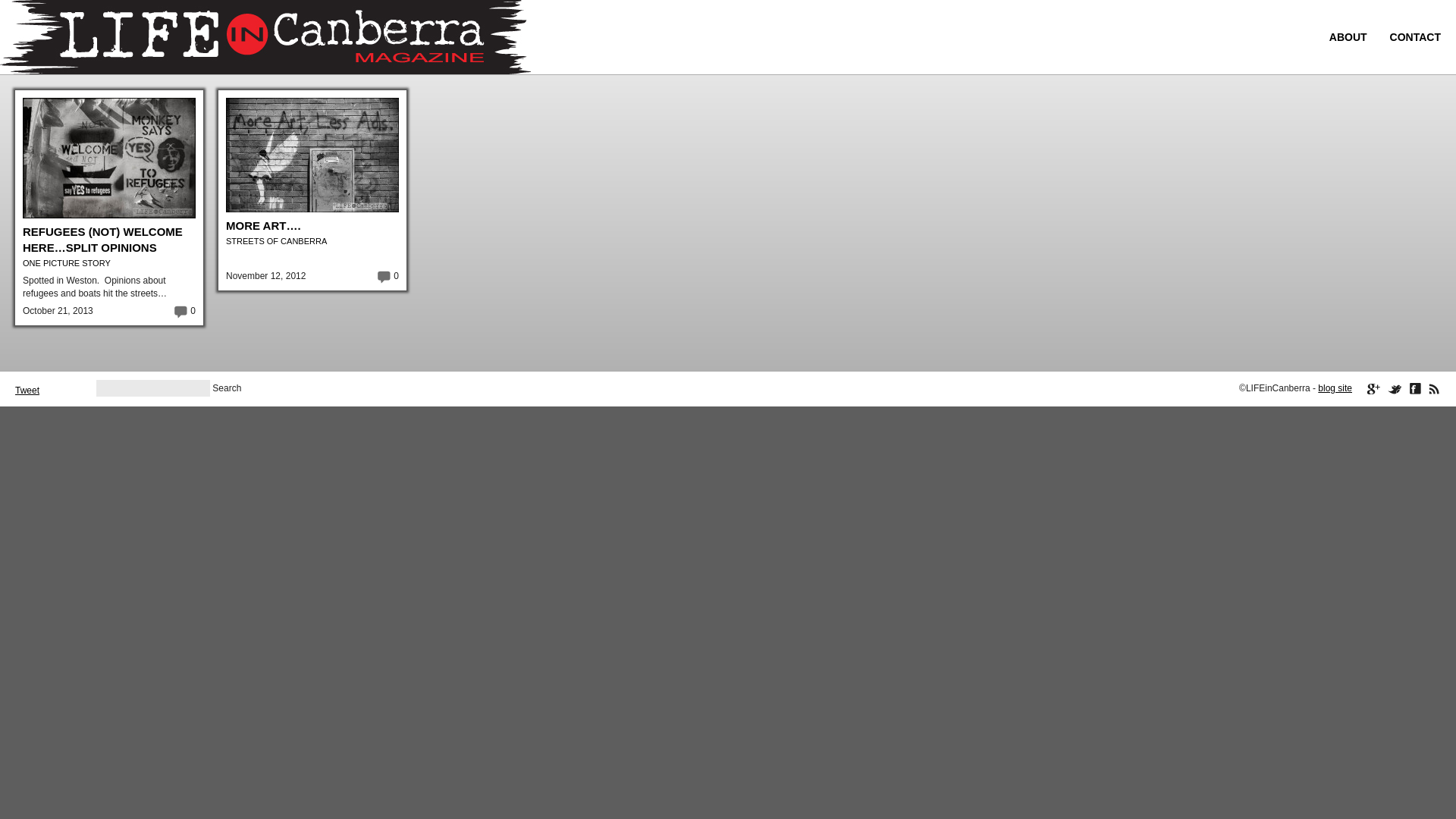 This screenshot has height=819, width=1456. Describe the element at coordinates (65, 262) in the screenshot. I see `'ONE PICTURE STORY'` at that location.